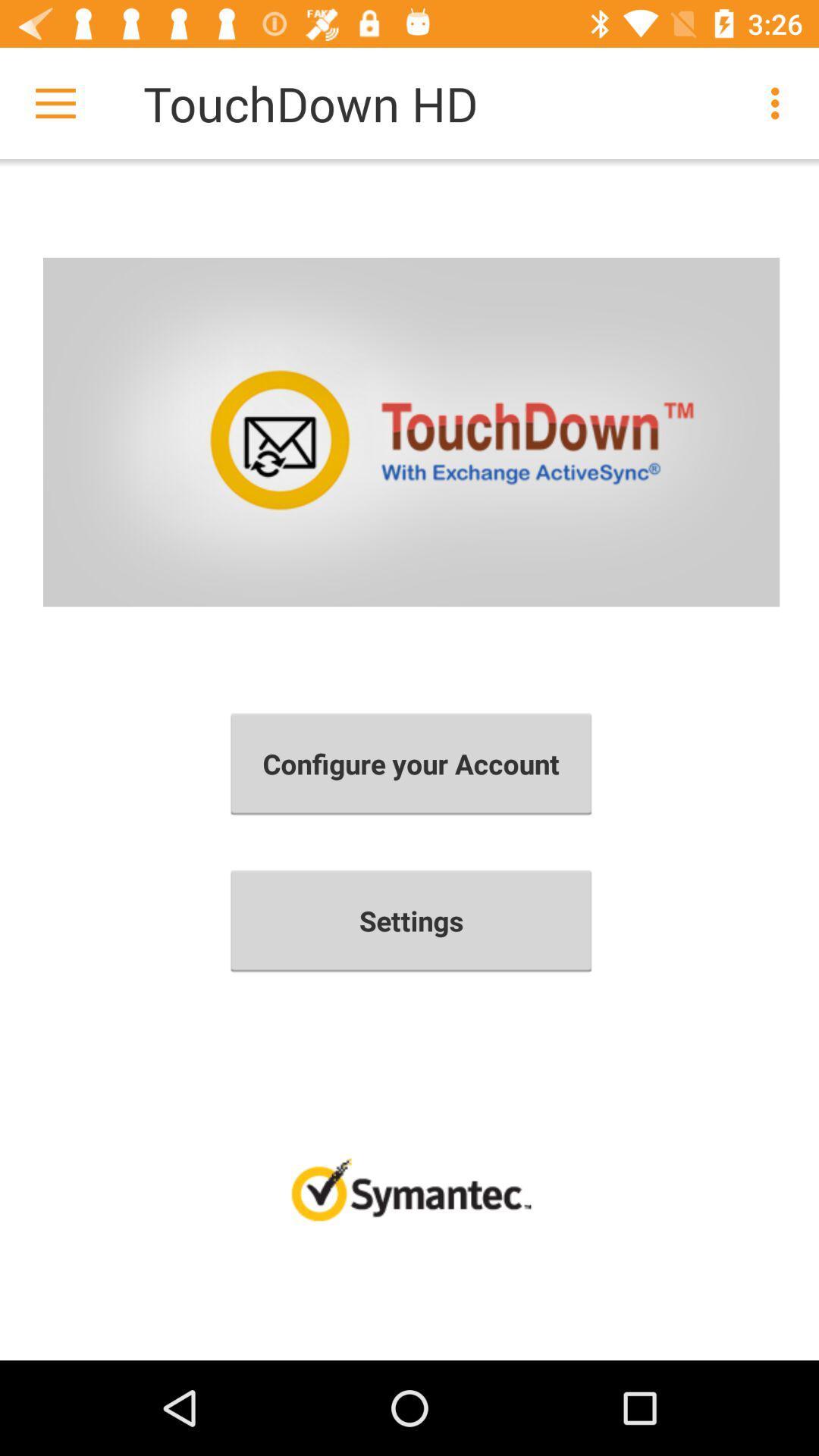  I want to click on the item to the left of touchdown hd, so click(55, 102).